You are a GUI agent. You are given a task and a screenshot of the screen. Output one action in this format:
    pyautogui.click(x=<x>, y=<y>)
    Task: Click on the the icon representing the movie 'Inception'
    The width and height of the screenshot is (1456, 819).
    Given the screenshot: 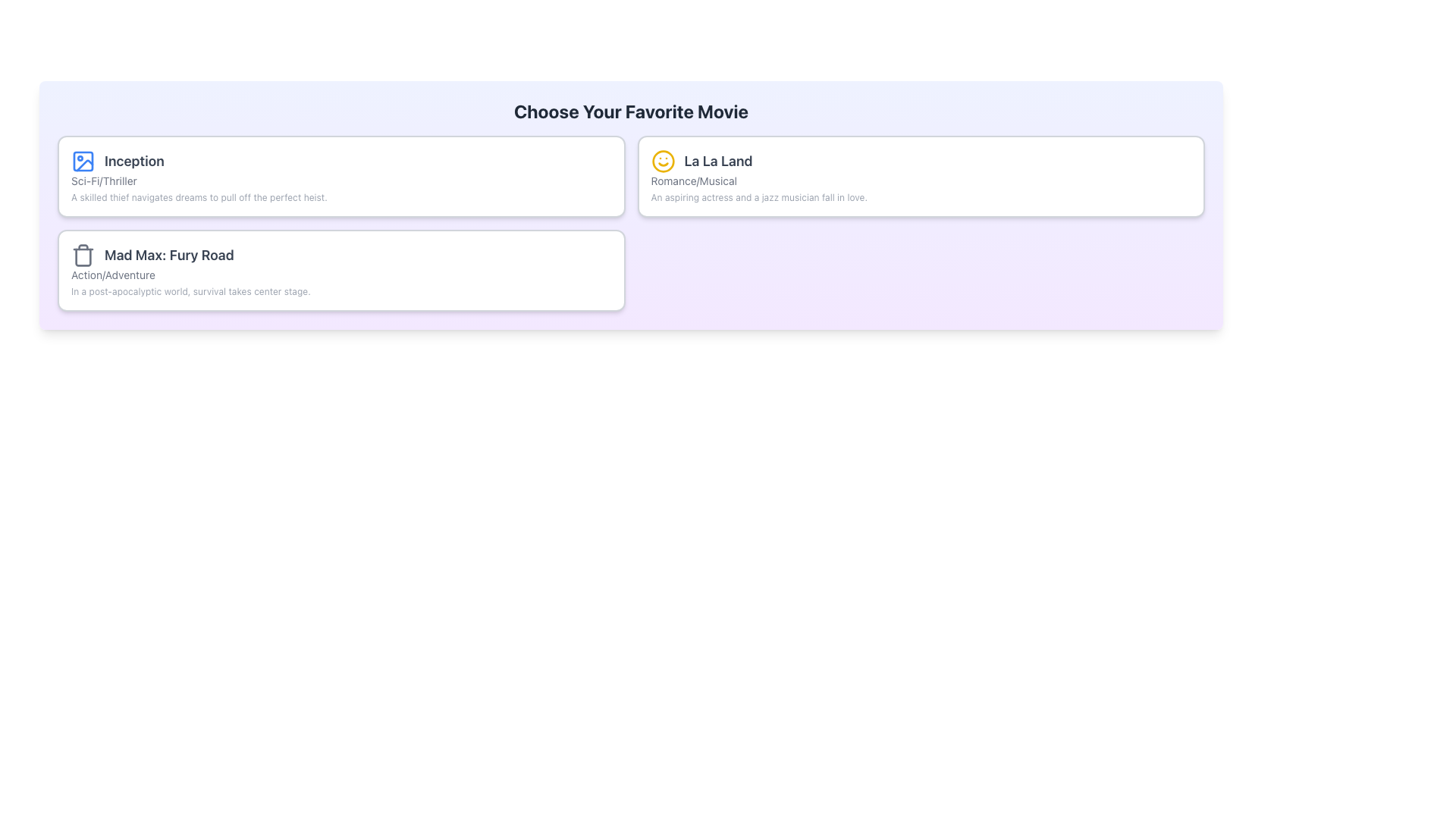 What is the action you would take?
    pyautogui.click(x=83, y=161)
    